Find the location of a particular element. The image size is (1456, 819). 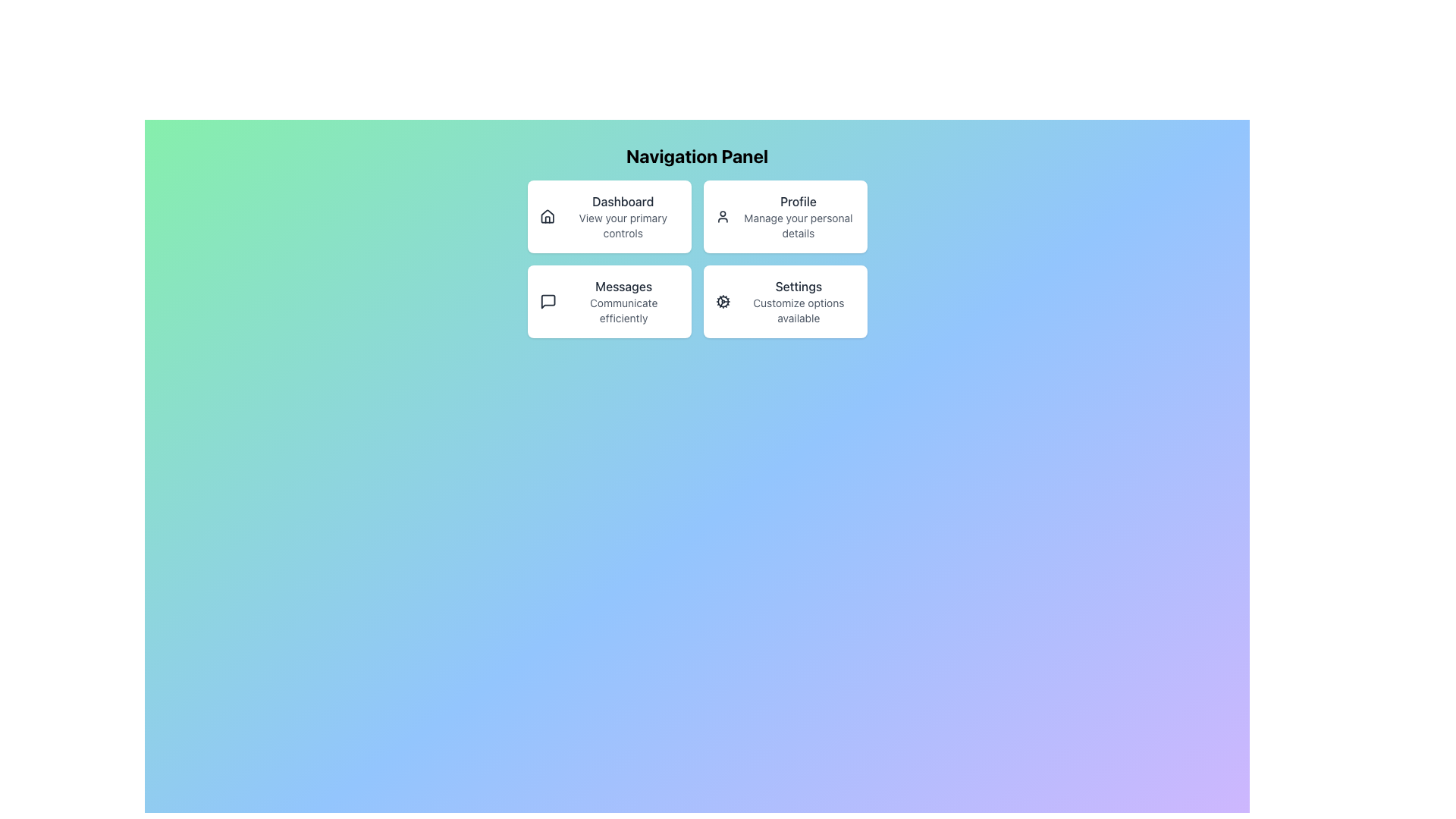

the 'Profile' text label that describes the content or purpose of the 'Profile' section, located directly below the 'Profile' title in the top-right card of a grid of four cards is located at coordinates (797, 225).